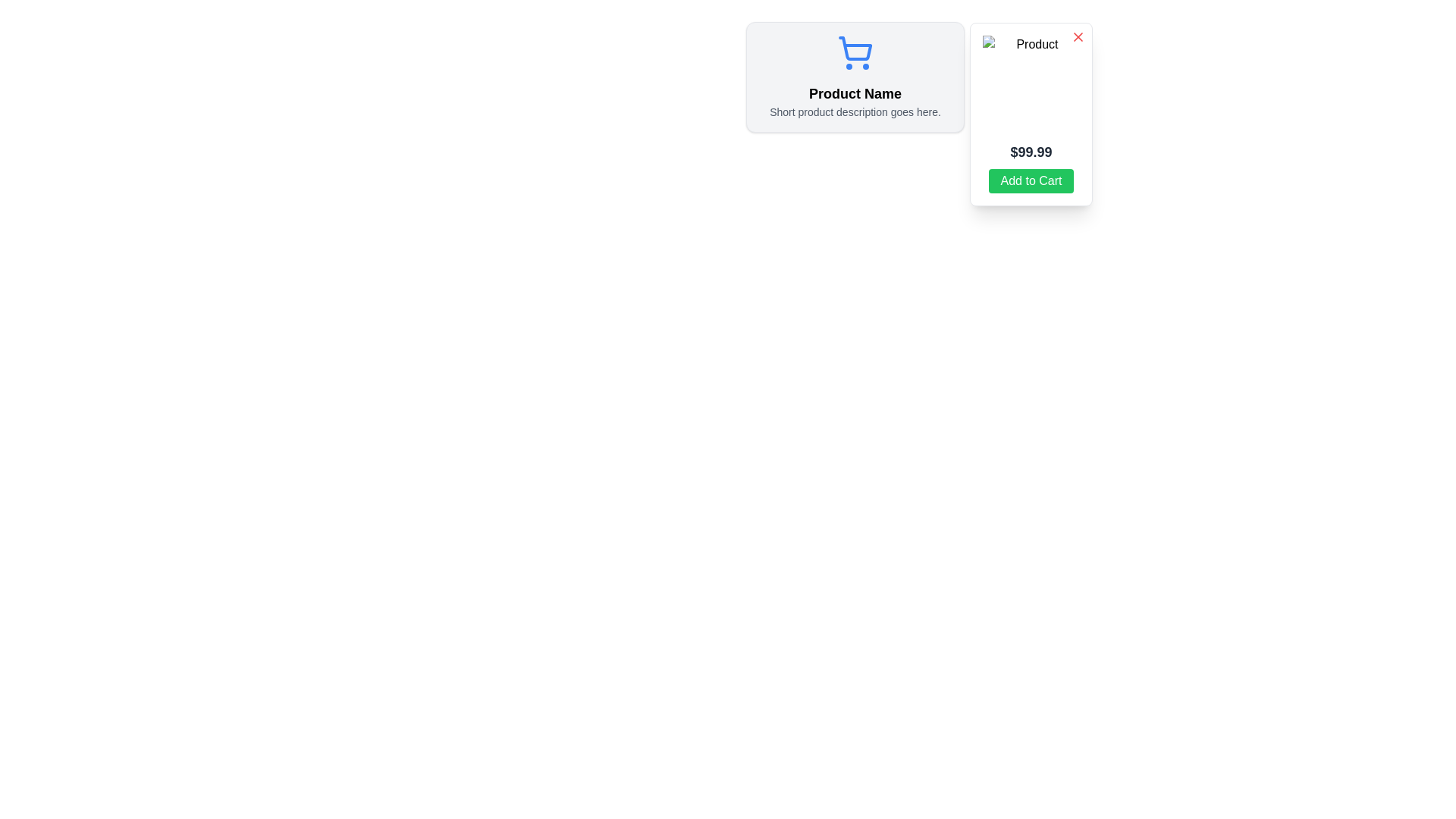 The image size is (1456, 819). What do you see at coordinates (1031, 113) in the screenshot?
I see `the rectangular overlay panel labeled 'Product'` at bounding box center [1031, 113].